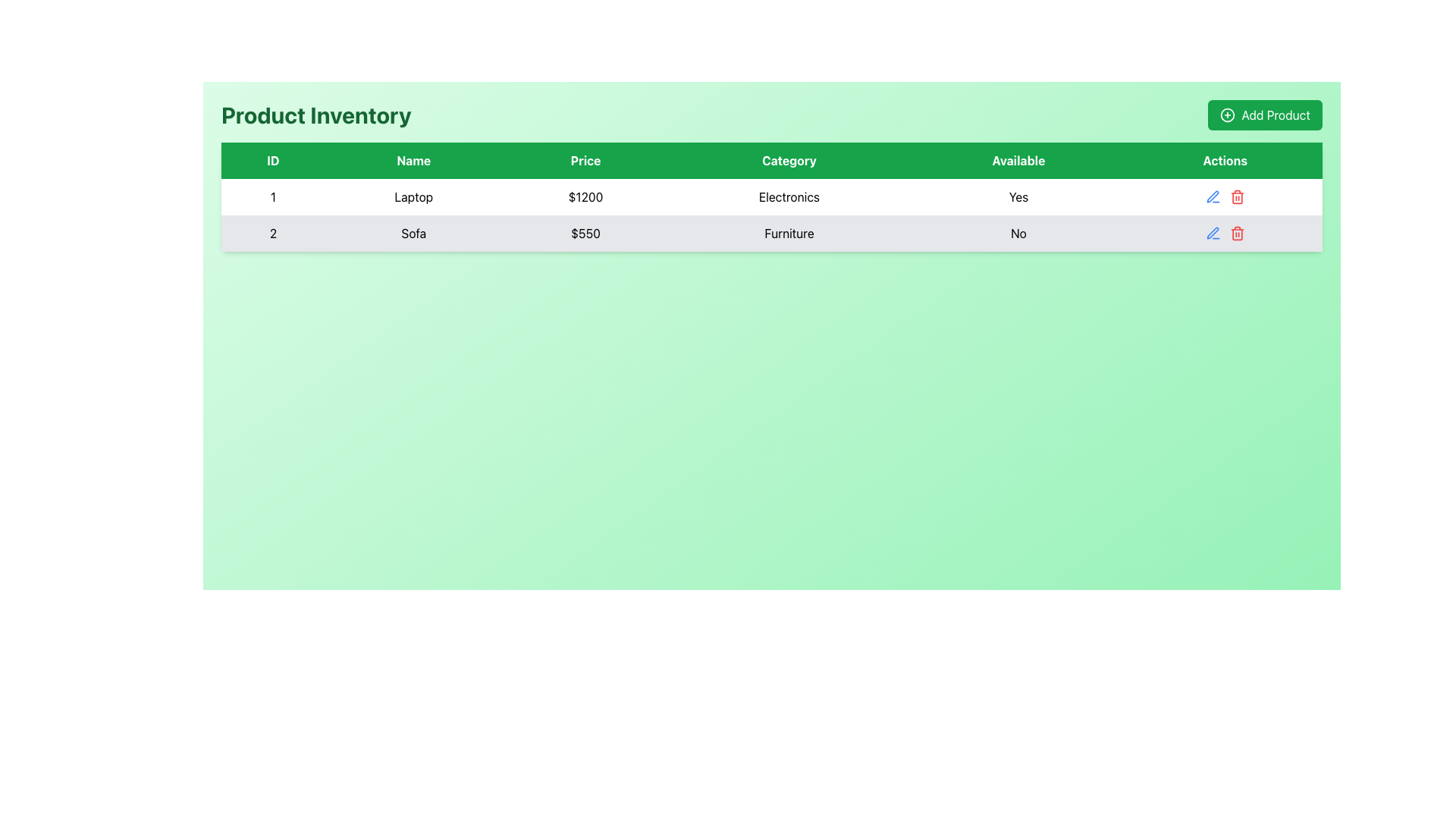 This screenshot has height=819, width=1456. I want to click on the text label displaying the unique identifier for the row in the 'Product Inventory' table, located in the second row and first column, so click(273, 234).